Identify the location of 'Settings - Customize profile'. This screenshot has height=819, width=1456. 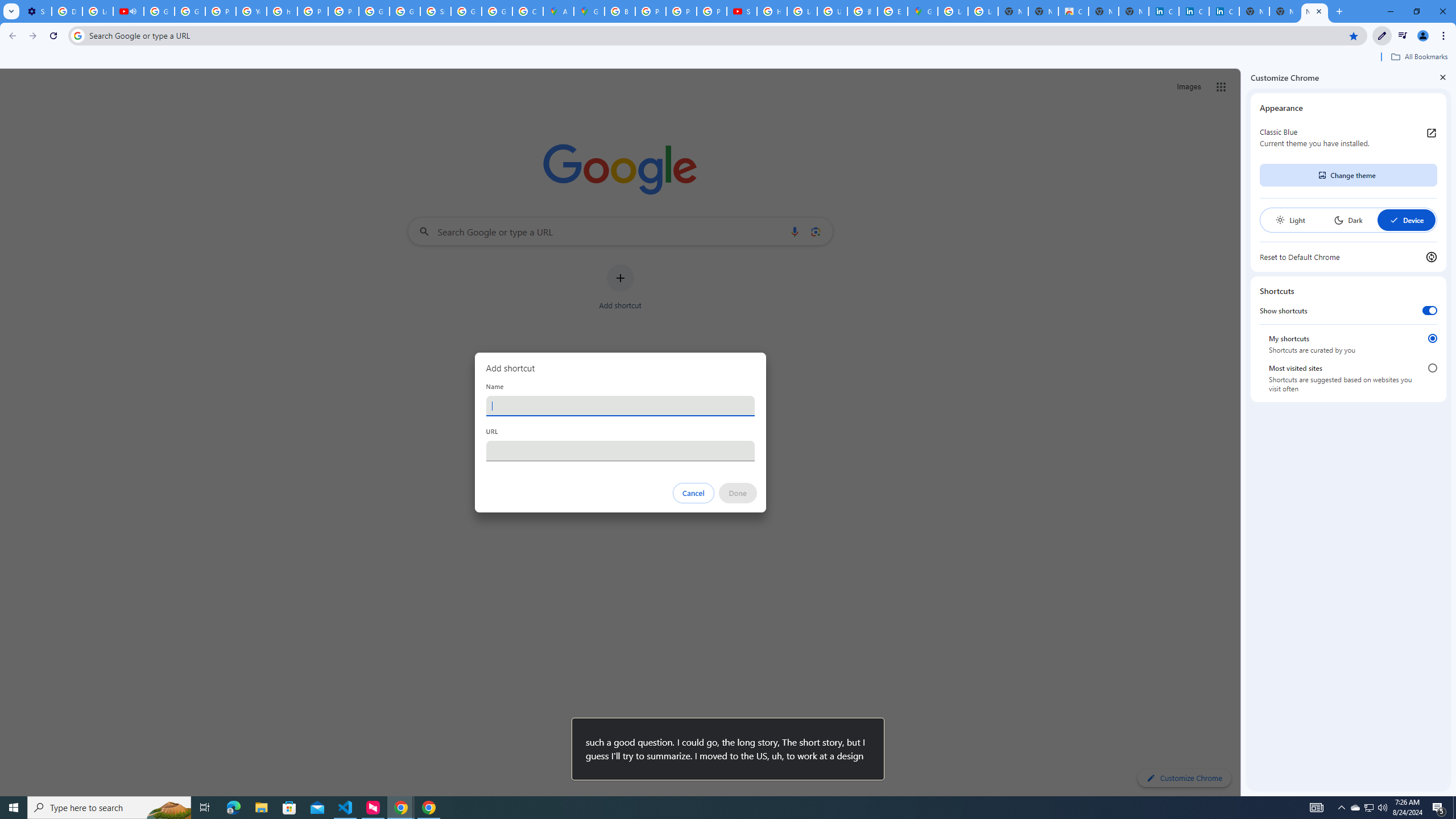
(36, 11).